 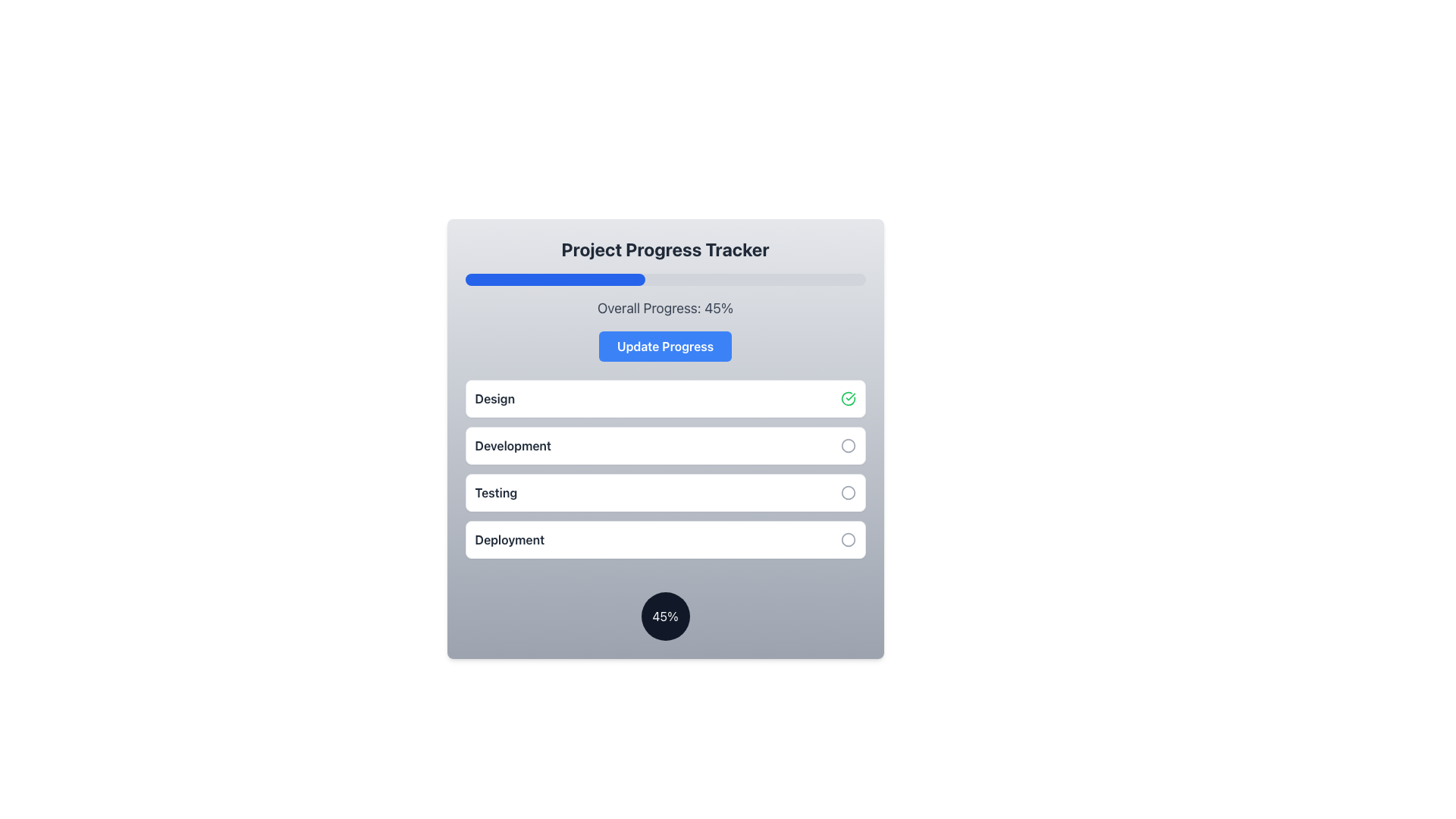 I want to click on the Circular Badge that displays the current project progress percentage, located at the bottom center of the main interface beneath the task list, so click(x=665, y=617).